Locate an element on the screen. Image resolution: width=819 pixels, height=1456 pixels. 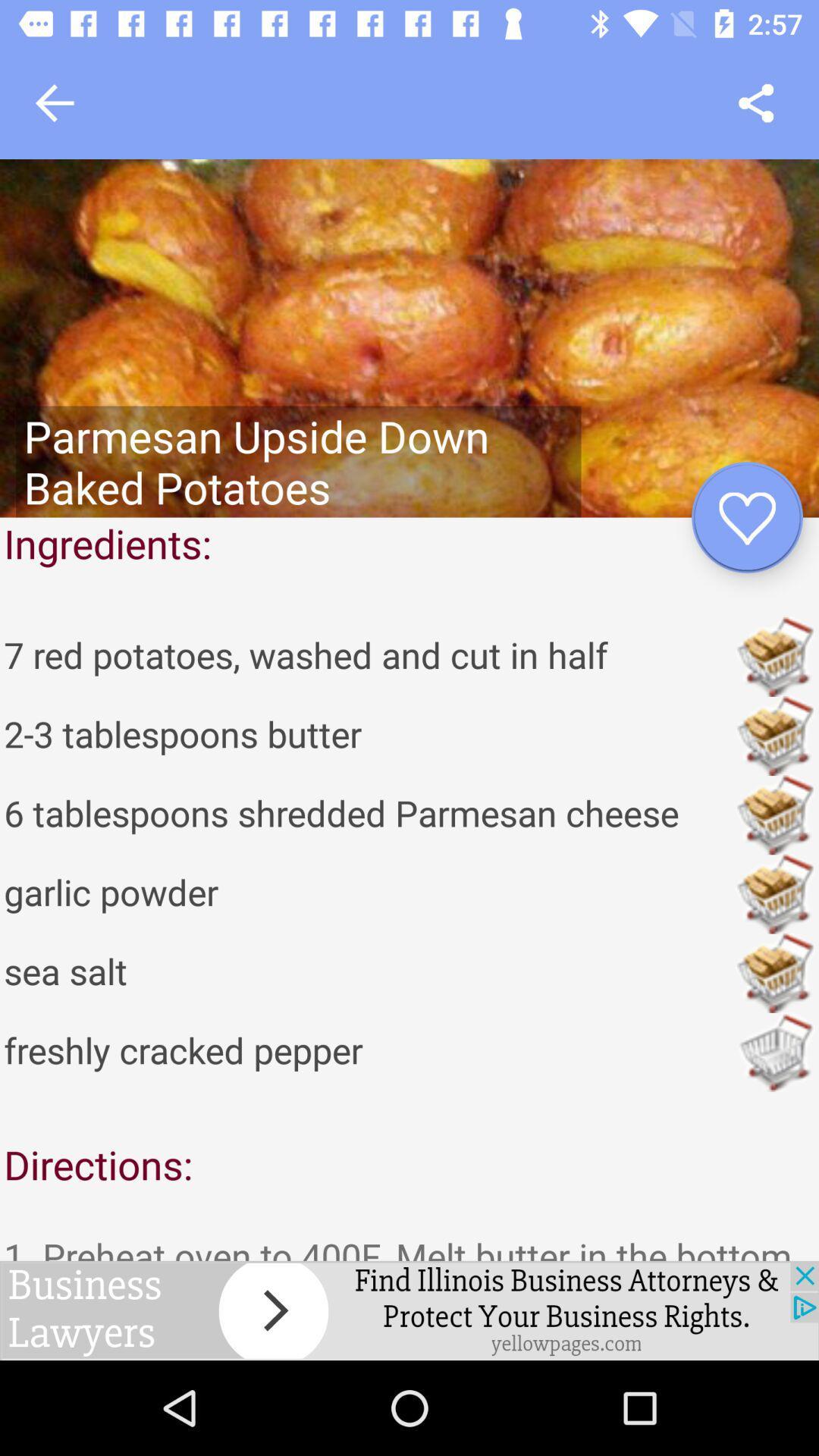
back button is located at coordinates (54, 102).